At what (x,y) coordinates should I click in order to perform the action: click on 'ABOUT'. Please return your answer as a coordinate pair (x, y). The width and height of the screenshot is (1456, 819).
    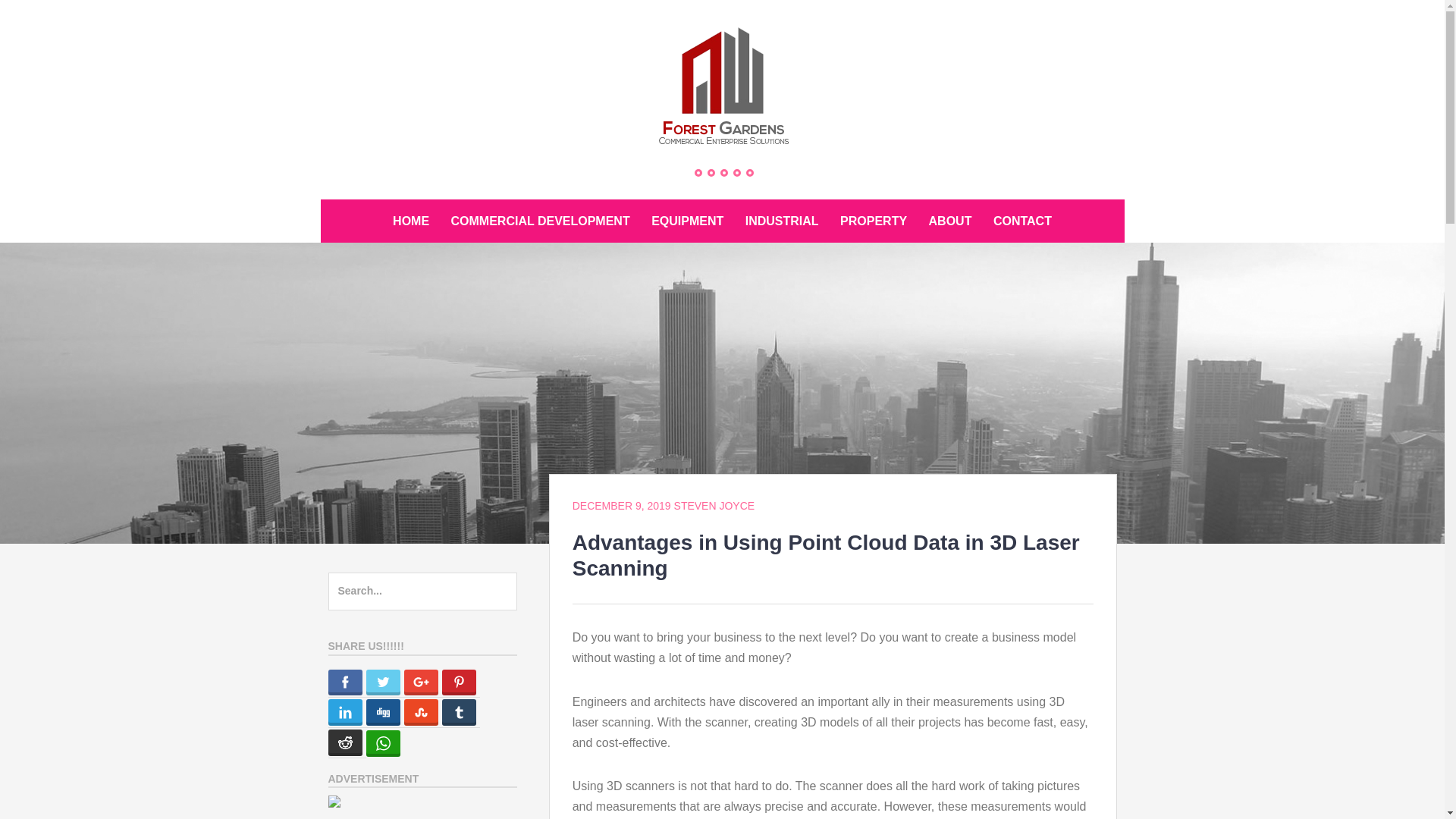
    Looking at the image, I should click on (949, 221).